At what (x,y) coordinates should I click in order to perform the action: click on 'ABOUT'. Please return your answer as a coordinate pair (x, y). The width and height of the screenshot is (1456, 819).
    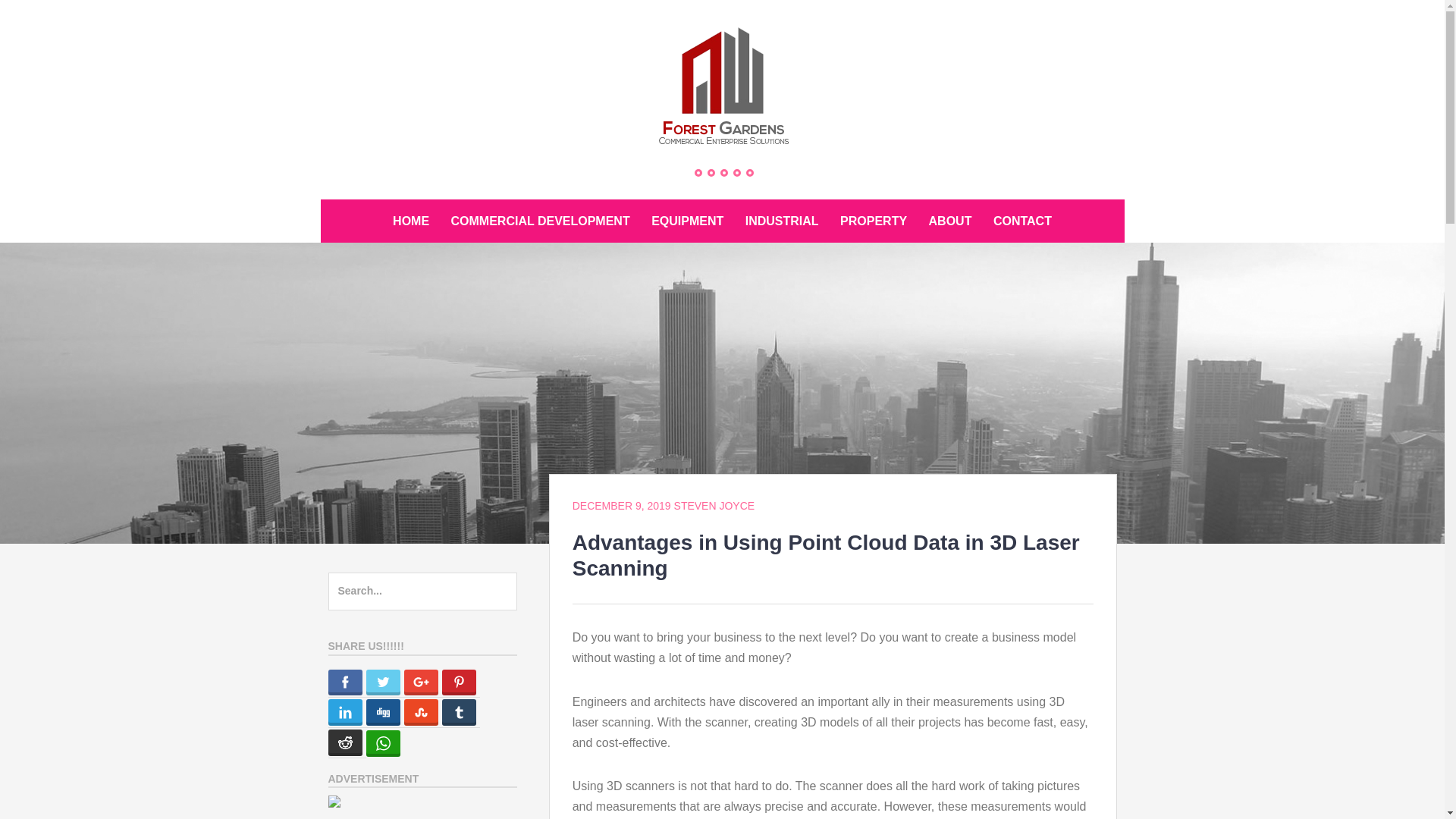
    Looking at the image, I should click on (949, 221).